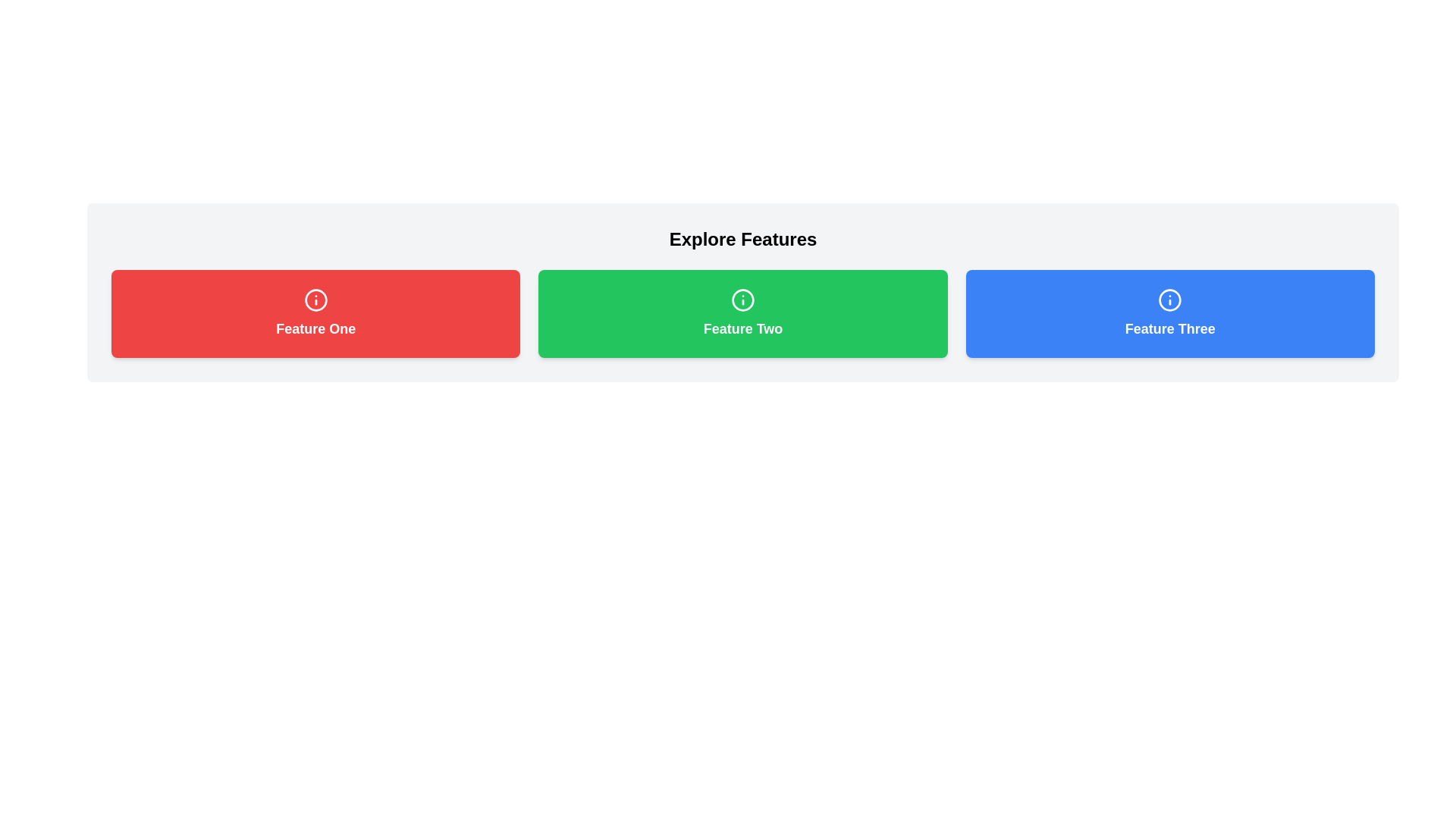 The image size is (1456, 819). What do you see at coordinates (1169, 300) in the screenshot?
I see `the information/help icon located at the top-center of the blue card labeled 'Feature Three', which is the right-most card among three horizontally aligned cards` at bounding box center [1169, 300].